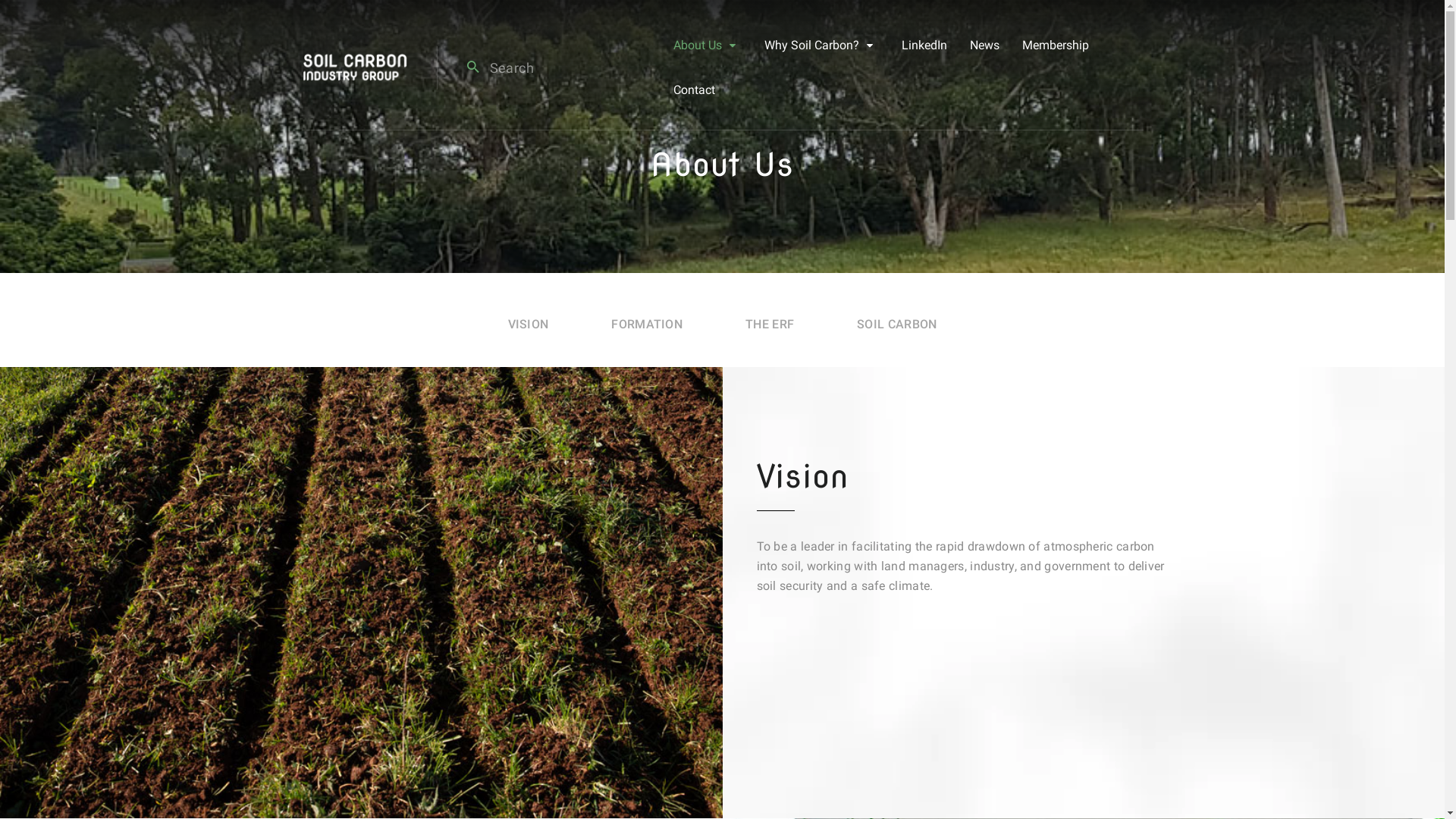  Describe the element at coordinates (1055, 44) in the screenshot. I see `'Membership'` at that location.